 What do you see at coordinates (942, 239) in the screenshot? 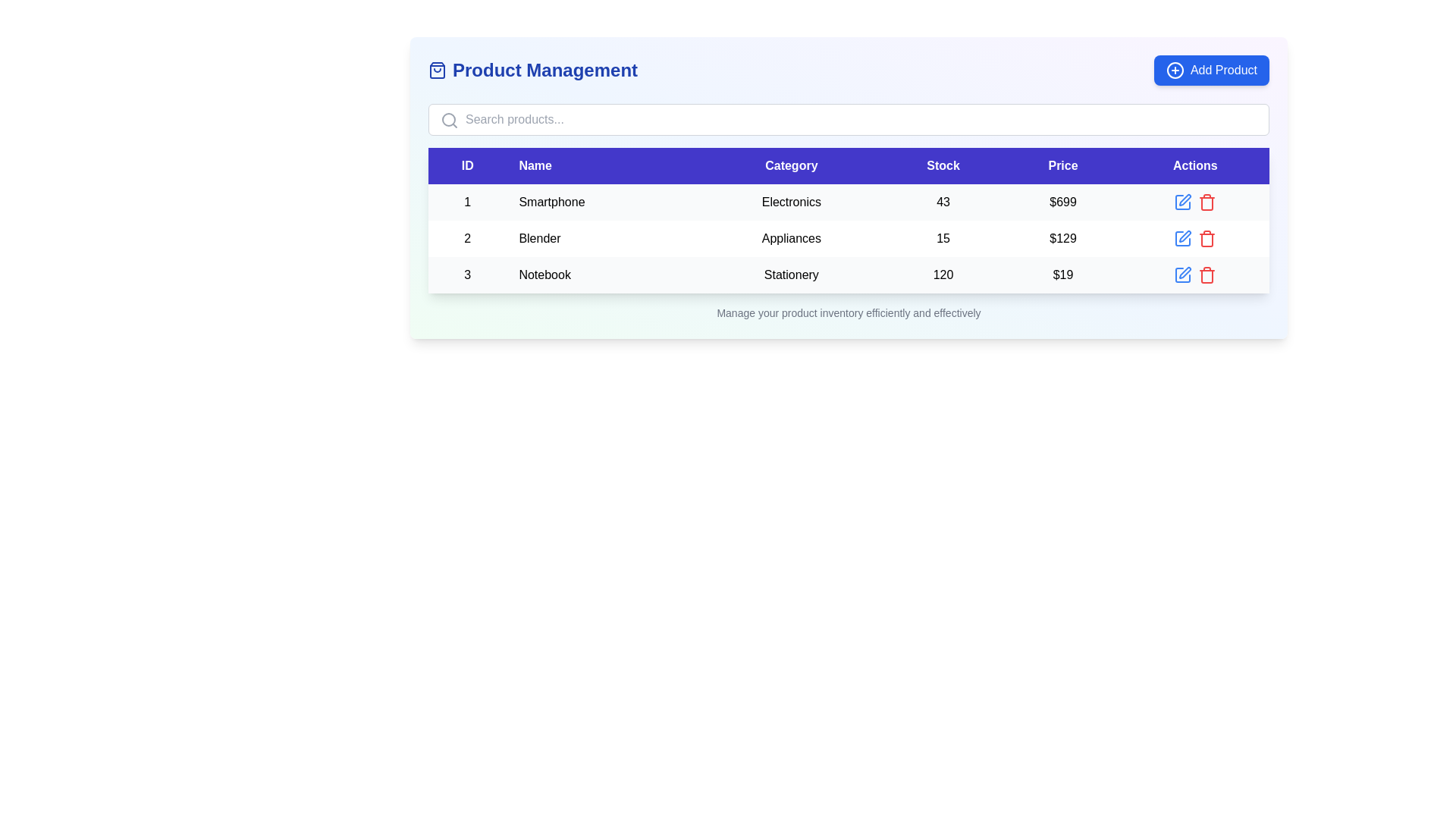
I see `the text label displaying the number '15' in the 'Stock' column of the tabulated layout for the item 'Blender'` at bounding box center [942, 239].